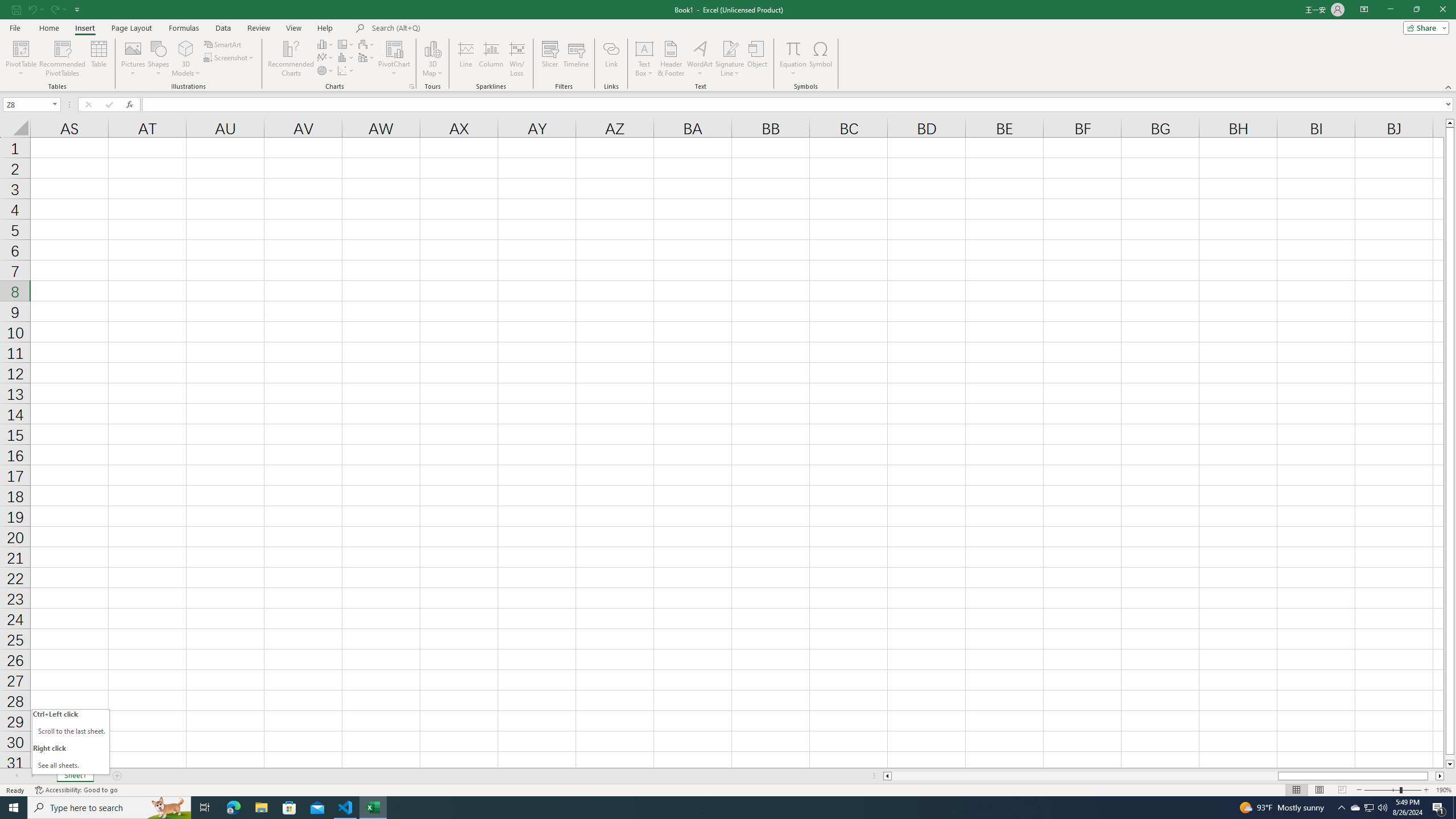  Describe the element at coordinates (611, 59) in the screenshot. I see `'Link'` at that location.